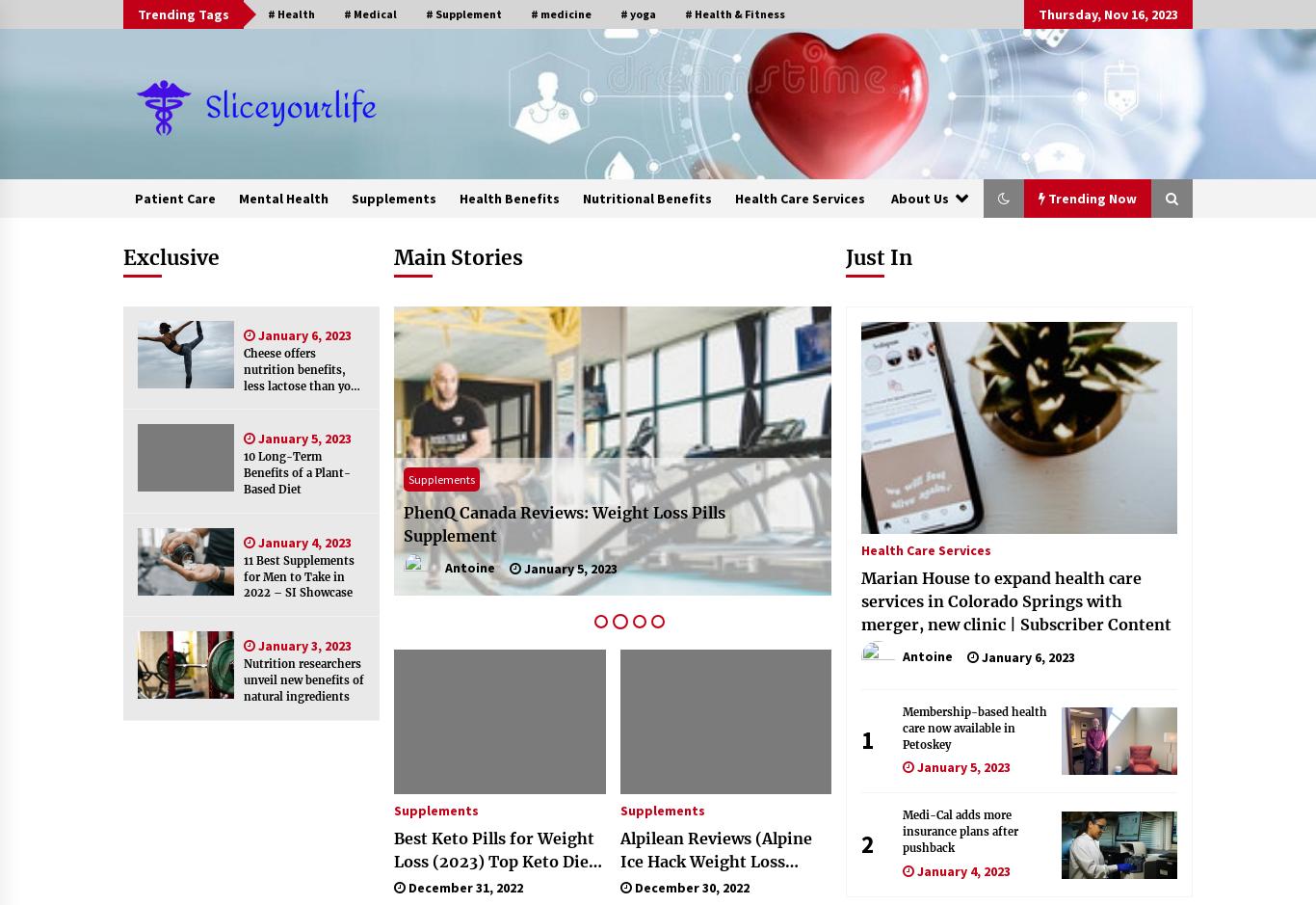 The width and height of the screenshot is (1316, 905). Describe the element at coordinates (303, 679) in the screenshot. I see `'Nutrition researchers unveil new benefits of natural ingredients'` at that location.